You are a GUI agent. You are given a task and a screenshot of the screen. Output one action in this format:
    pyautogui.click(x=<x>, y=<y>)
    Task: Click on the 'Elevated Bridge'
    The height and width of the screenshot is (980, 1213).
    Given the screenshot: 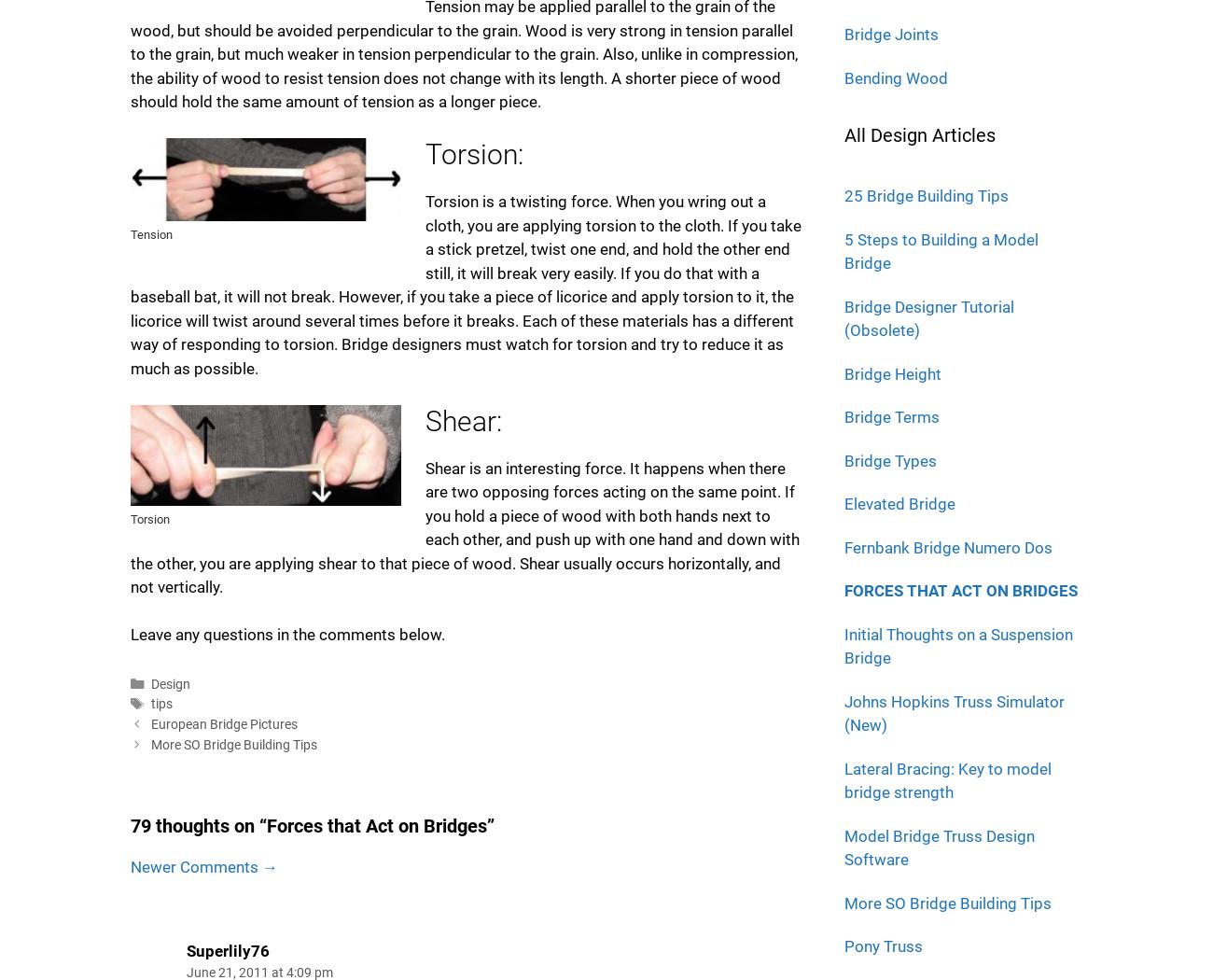 What is the action you would take?
    pyautogui.click(x=844, y=504)
    